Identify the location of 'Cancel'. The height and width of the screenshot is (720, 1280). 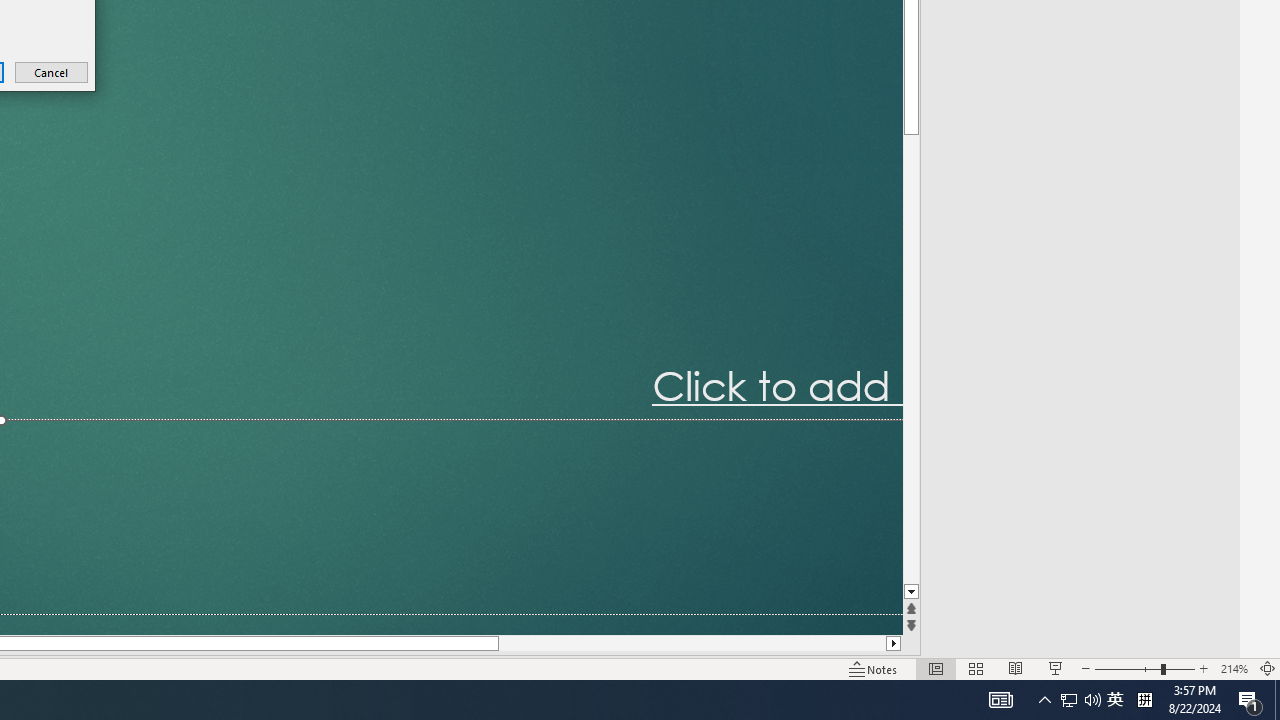
(51, 71).